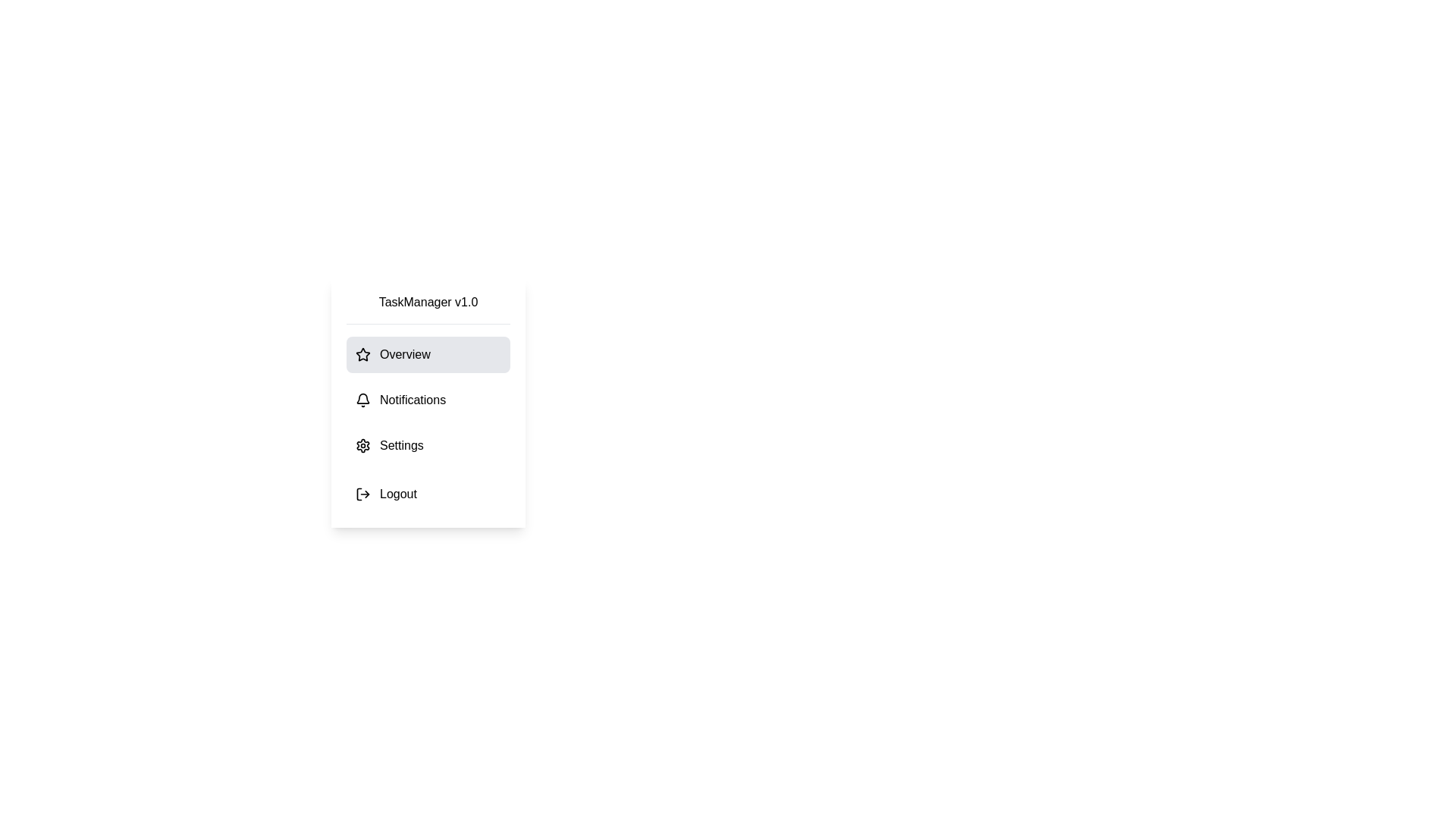 The height and width of the screenshot is (819, 1456). What do you see at coordinates (362, 400) in the screenshot?
I see `the bell-shaped notification icon located to the left of the 'Notifications' text label by moving the cursor to its center point` at bounding box center [362, 400].